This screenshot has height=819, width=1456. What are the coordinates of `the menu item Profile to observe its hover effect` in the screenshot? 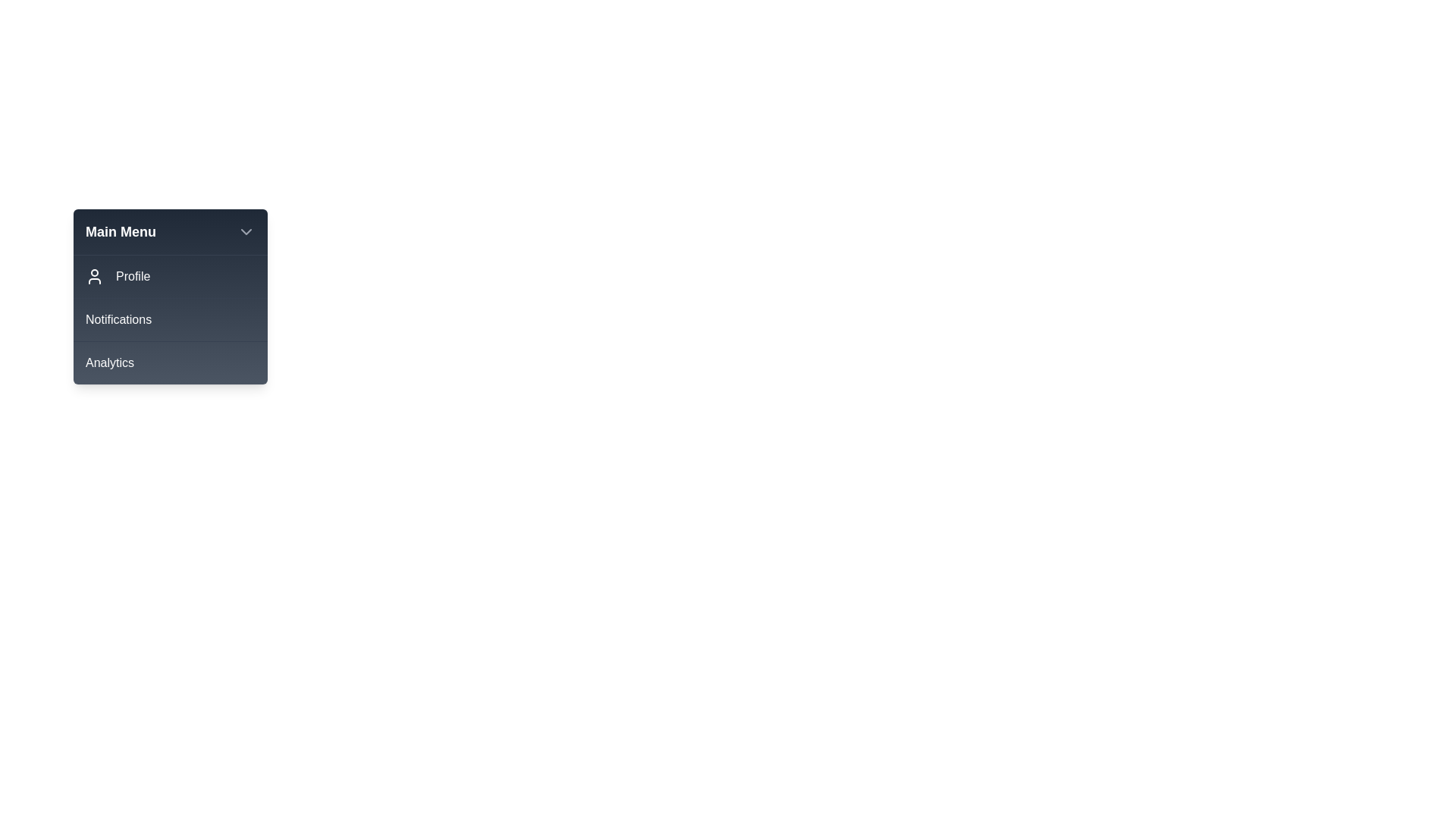 It's located at (171, 277).